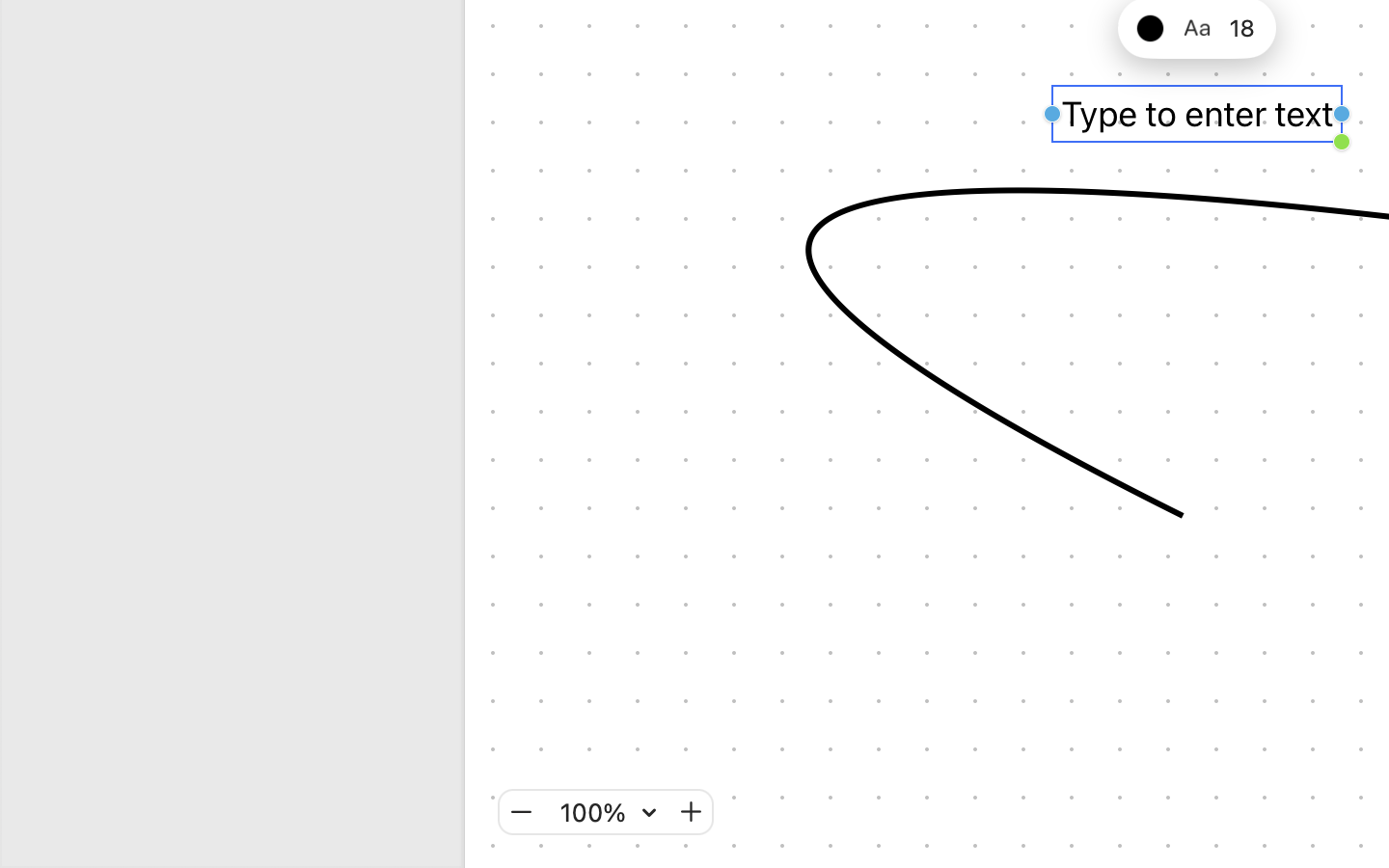  What do you see at coordinates (1150, 25) in the screenshot?
I see `'black'` at bounding box center [1150, 25].